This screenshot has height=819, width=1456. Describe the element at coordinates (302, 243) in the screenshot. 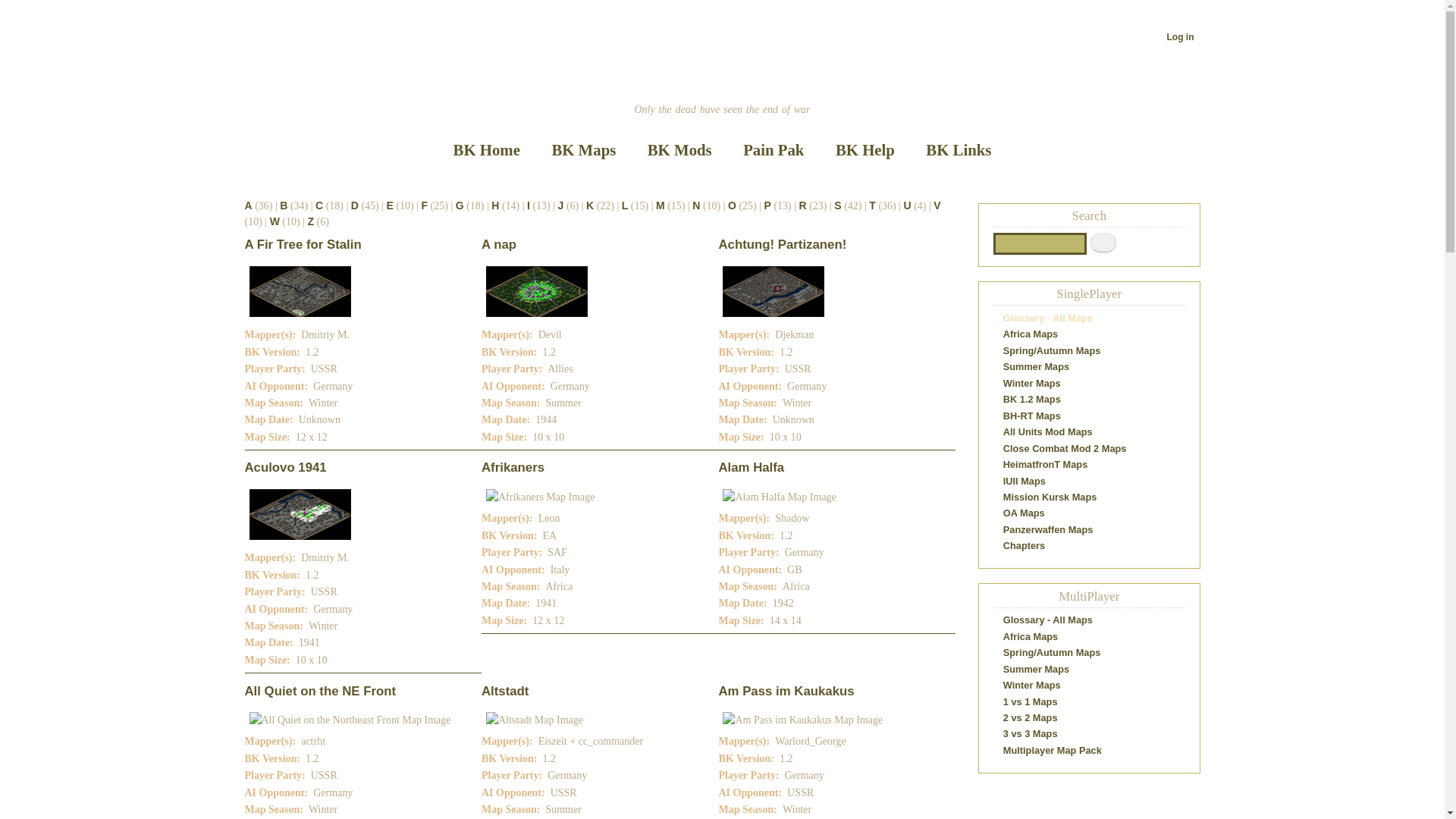

I see `'A Fir Tree for Stalin'` at that location.